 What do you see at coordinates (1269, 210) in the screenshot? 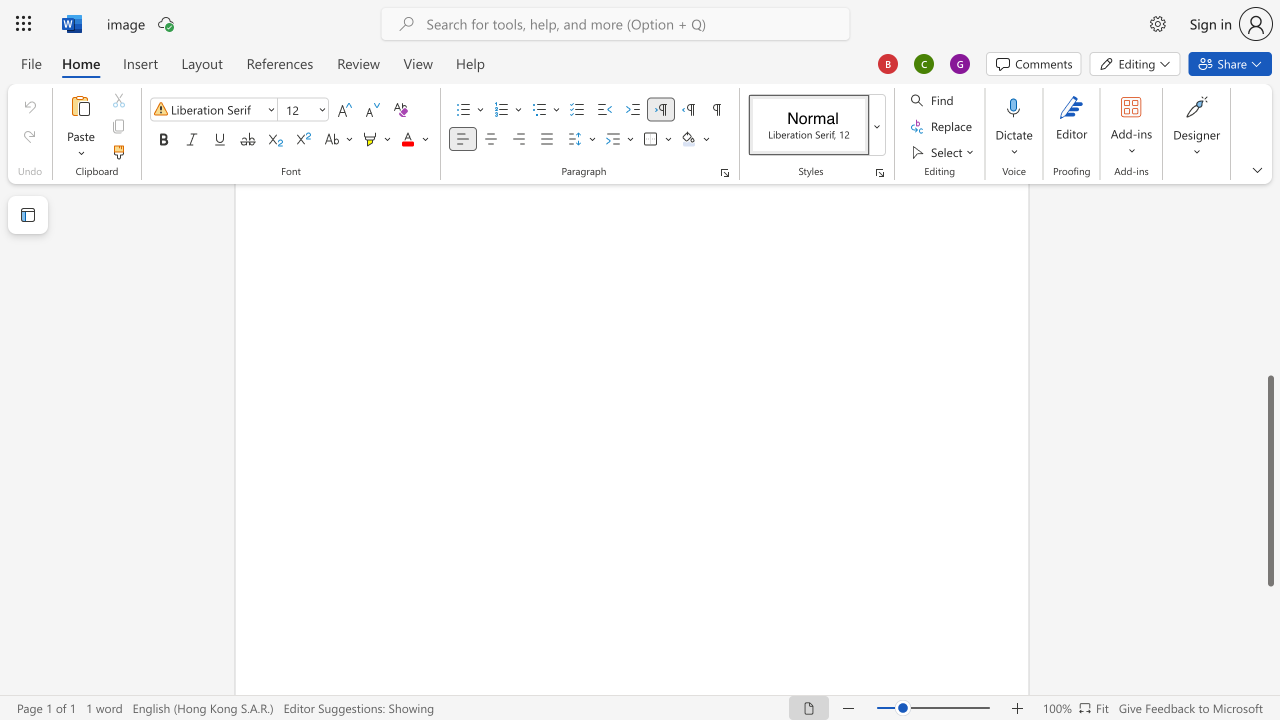
I see `the scrollbar to move the page up` at bounding box center [1269, 210].